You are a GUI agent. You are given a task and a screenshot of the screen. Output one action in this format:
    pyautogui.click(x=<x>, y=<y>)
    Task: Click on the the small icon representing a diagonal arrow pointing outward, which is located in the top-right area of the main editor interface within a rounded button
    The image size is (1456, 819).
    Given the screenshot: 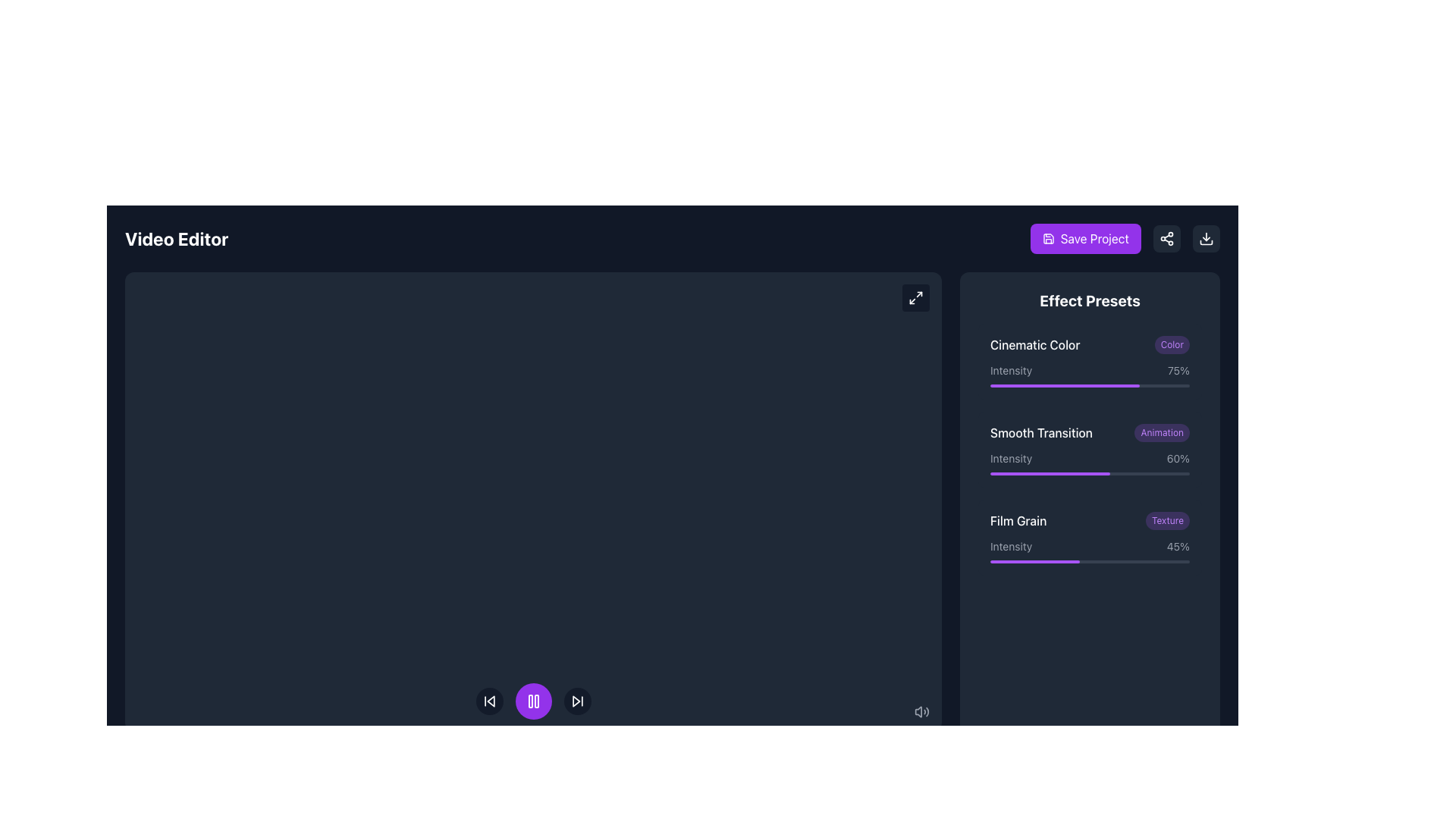 What is the action you would take?
    pyautogui.click(x=915, y=298)
    